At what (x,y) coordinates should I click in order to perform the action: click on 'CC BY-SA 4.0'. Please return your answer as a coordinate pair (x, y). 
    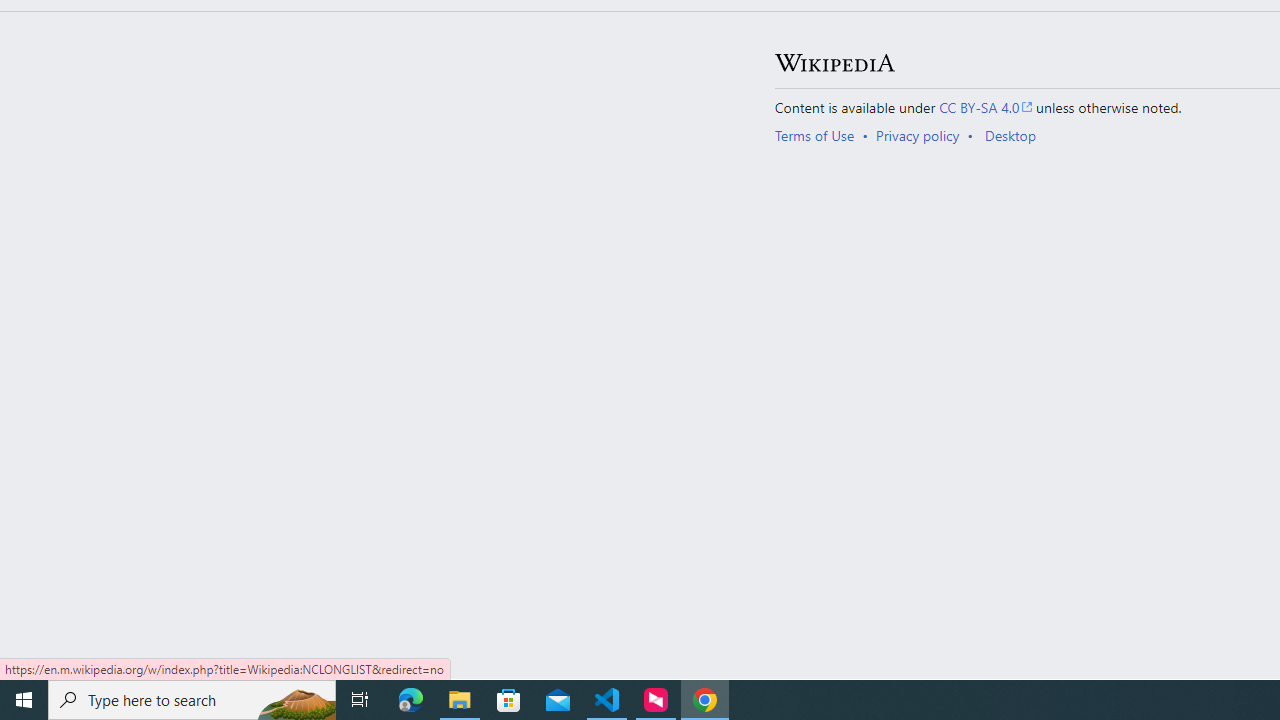
    Looking at the image, I should click on (986, 106).